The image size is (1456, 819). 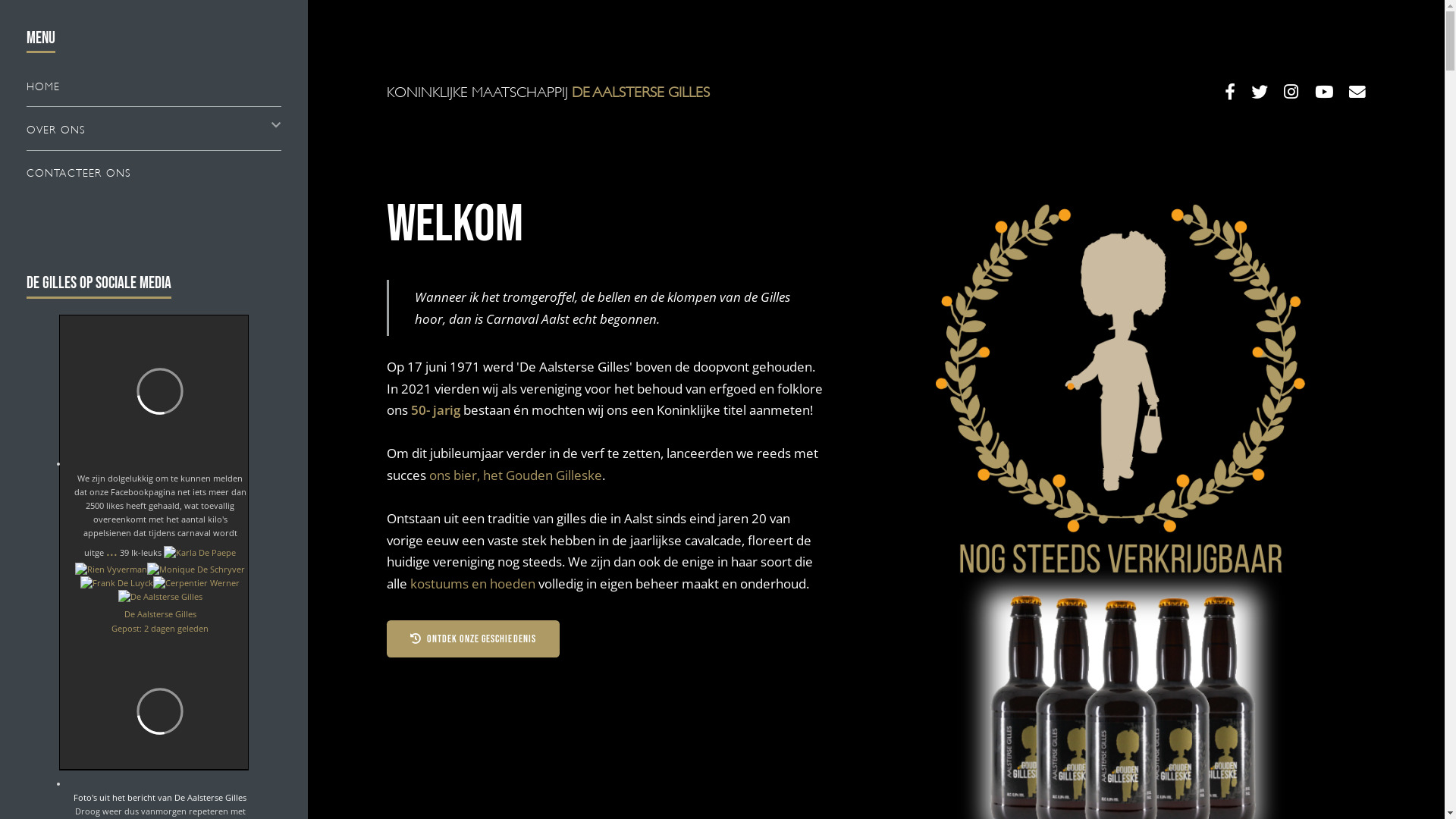 I want to click on 'ons bier, het Gouden Gilleske', so click(x=516, y=473).